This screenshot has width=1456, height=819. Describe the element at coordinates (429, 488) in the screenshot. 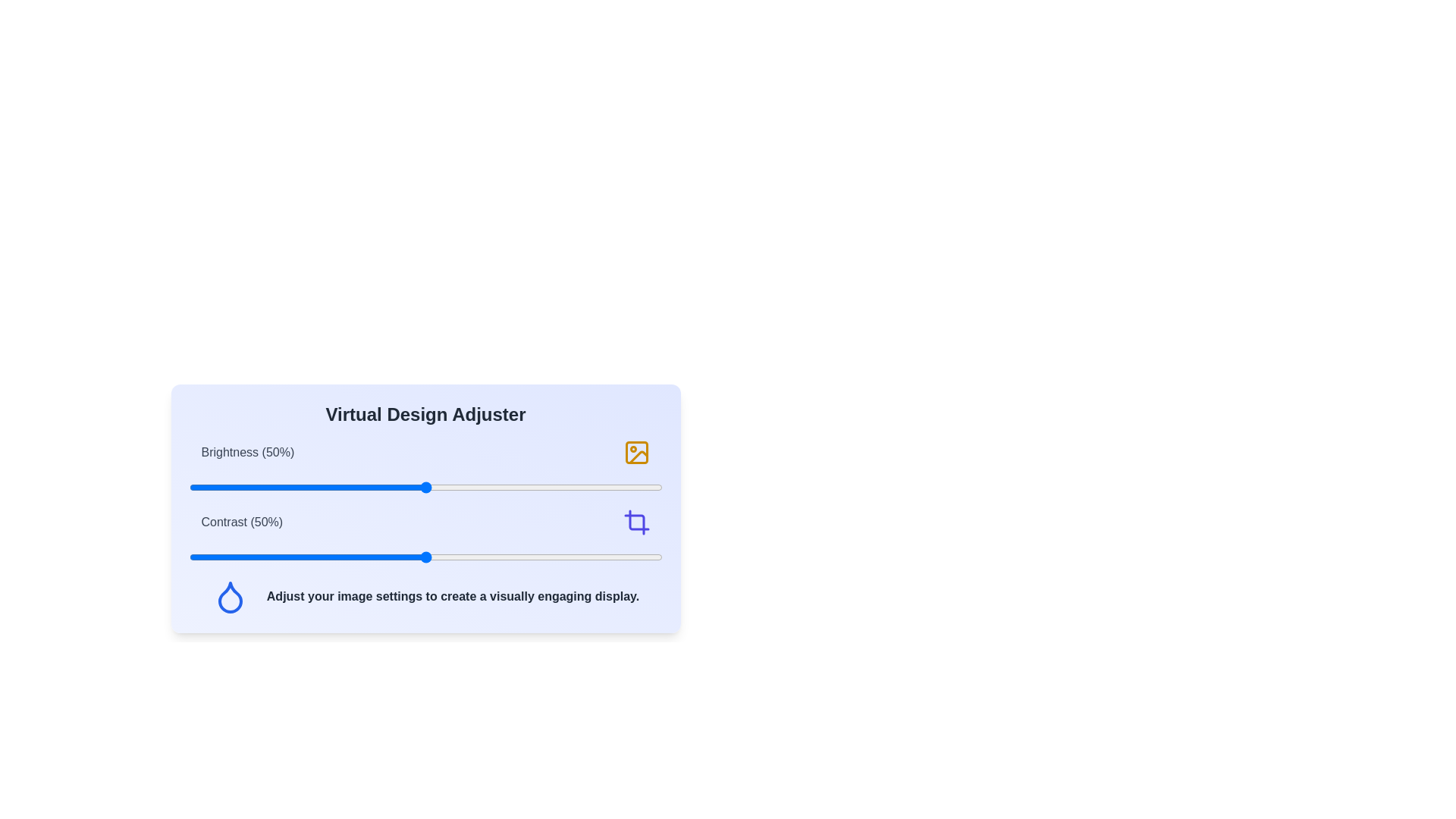

I see `the brightness slider to 51%` at that location.